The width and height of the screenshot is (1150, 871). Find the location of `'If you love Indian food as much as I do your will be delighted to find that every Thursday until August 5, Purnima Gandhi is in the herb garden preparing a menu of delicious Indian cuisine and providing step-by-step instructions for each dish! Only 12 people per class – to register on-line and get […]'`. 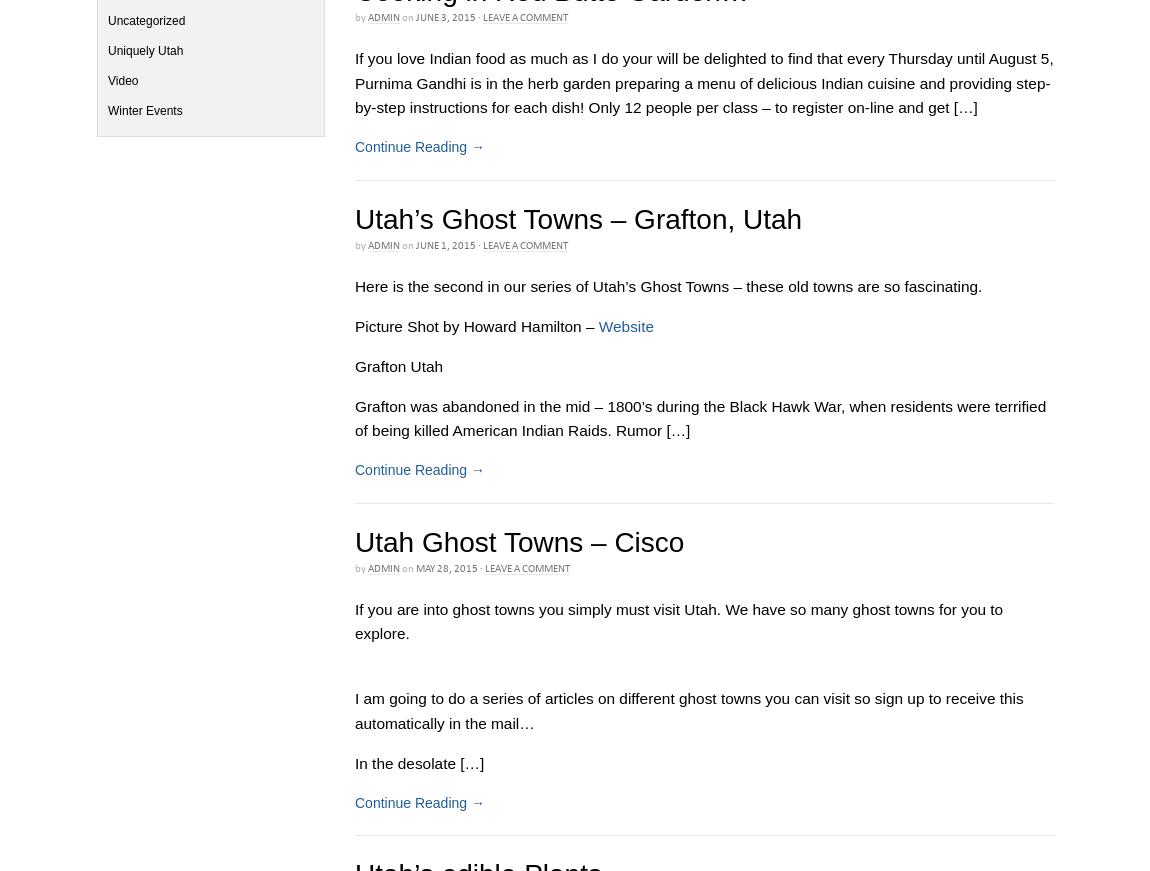

'If you love Indian food as much as I do your will be delighted to find that every Thursday until August 5, Purnima Gandhi is in the herb garden preparing a menu of delicious Indian cuisine and providing step-by-step instructions for each dish! Only 12 people per class – to register on-line and get […]' is located at coordinates (703, 82).